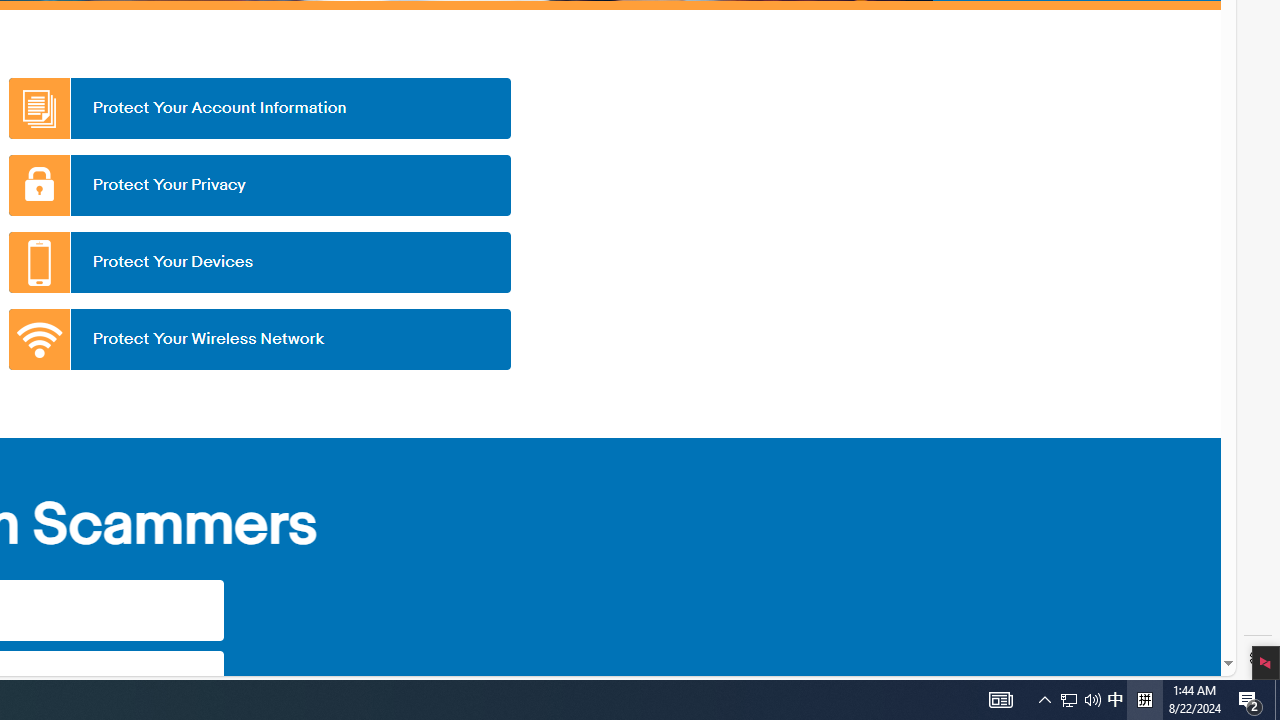  What do you see at coordinates (258, 261) in the screenshot?
I see `'Protect Your Devices'` at bounding box center [258, 261].